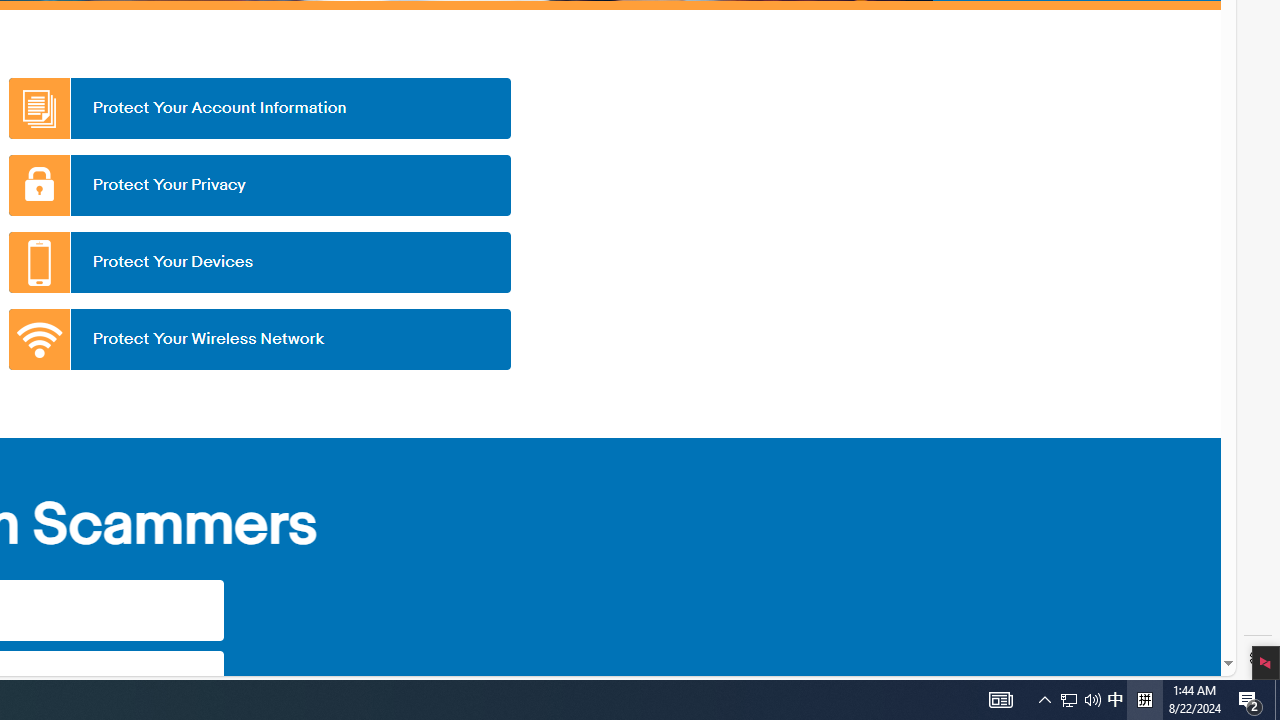  What do you see at coordinates (258, 261) in the screenshot?
I see `'Protect Your Devices'` at bounding box center [258, 261].